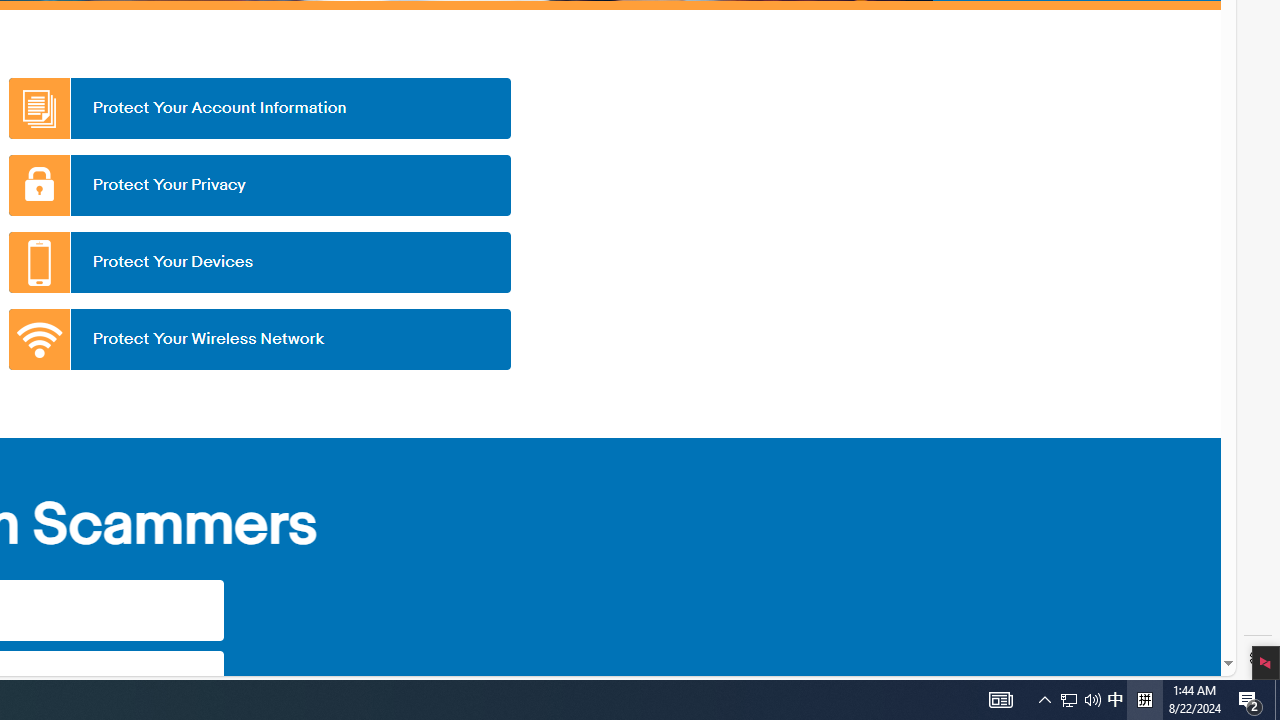  What do you see at coordinates (258, 261) in the screenshot?
I see `'Protect Your Devices'` at bounding box center [258, 261].